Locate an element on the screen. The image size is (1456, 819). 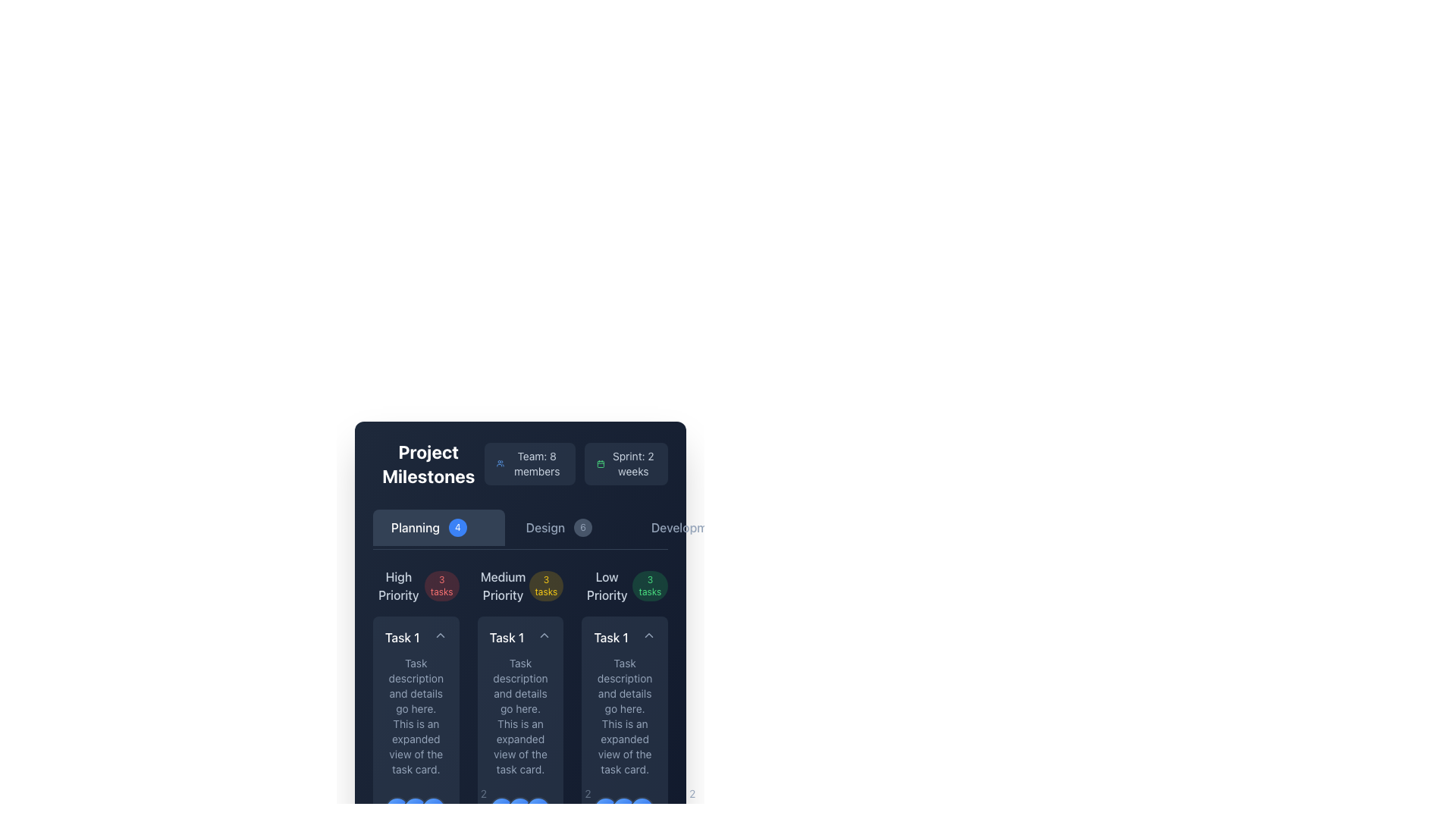
the text label displaying the word 'Development', which is styled with a medium font weight in a sans-serif typeface and positioned at the leftmost position within a row of grouped items on a dark background panel is located at coordinates (687, 526).